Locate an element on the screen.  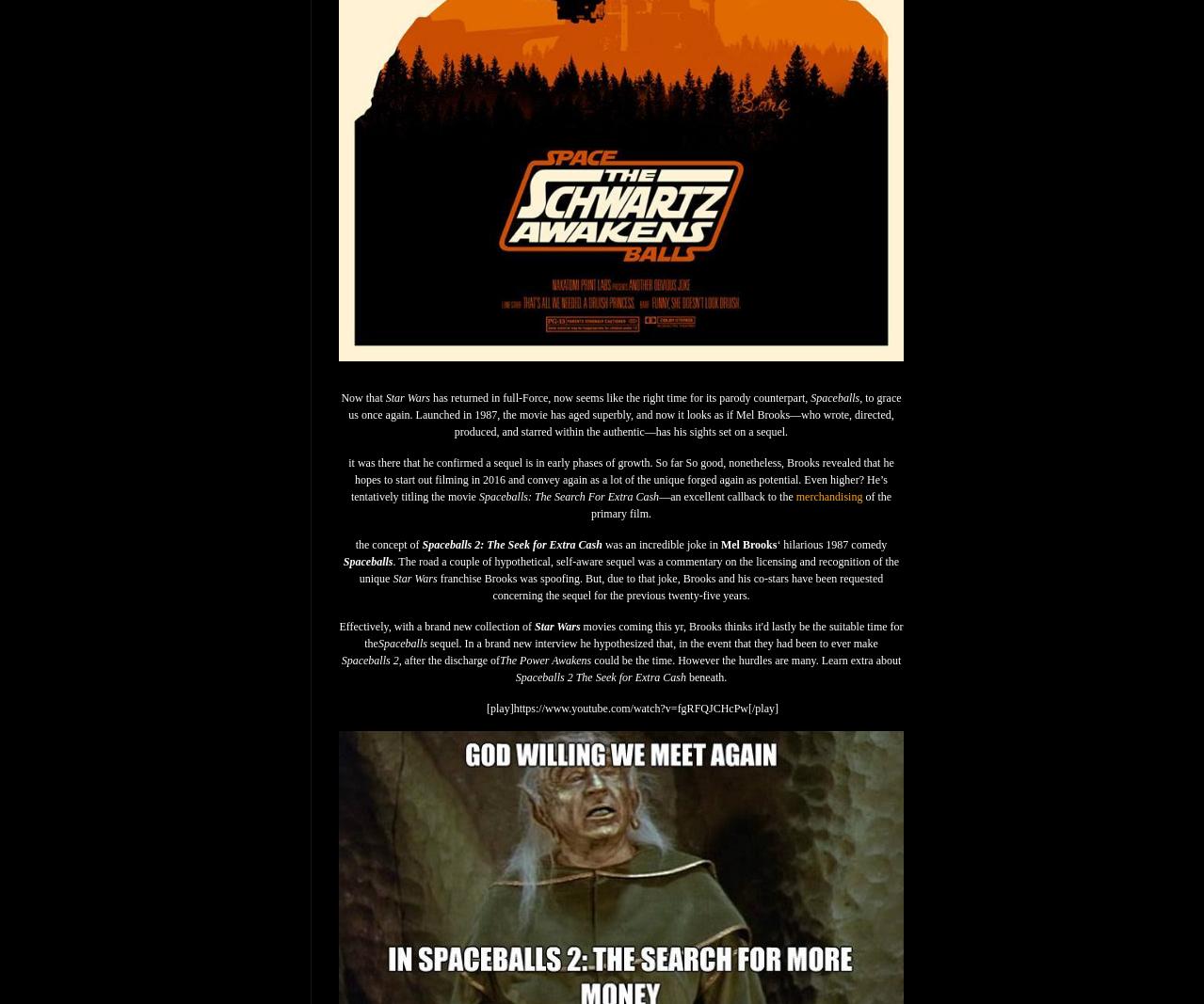
'beneath.' is located at coordinates (706, 677).